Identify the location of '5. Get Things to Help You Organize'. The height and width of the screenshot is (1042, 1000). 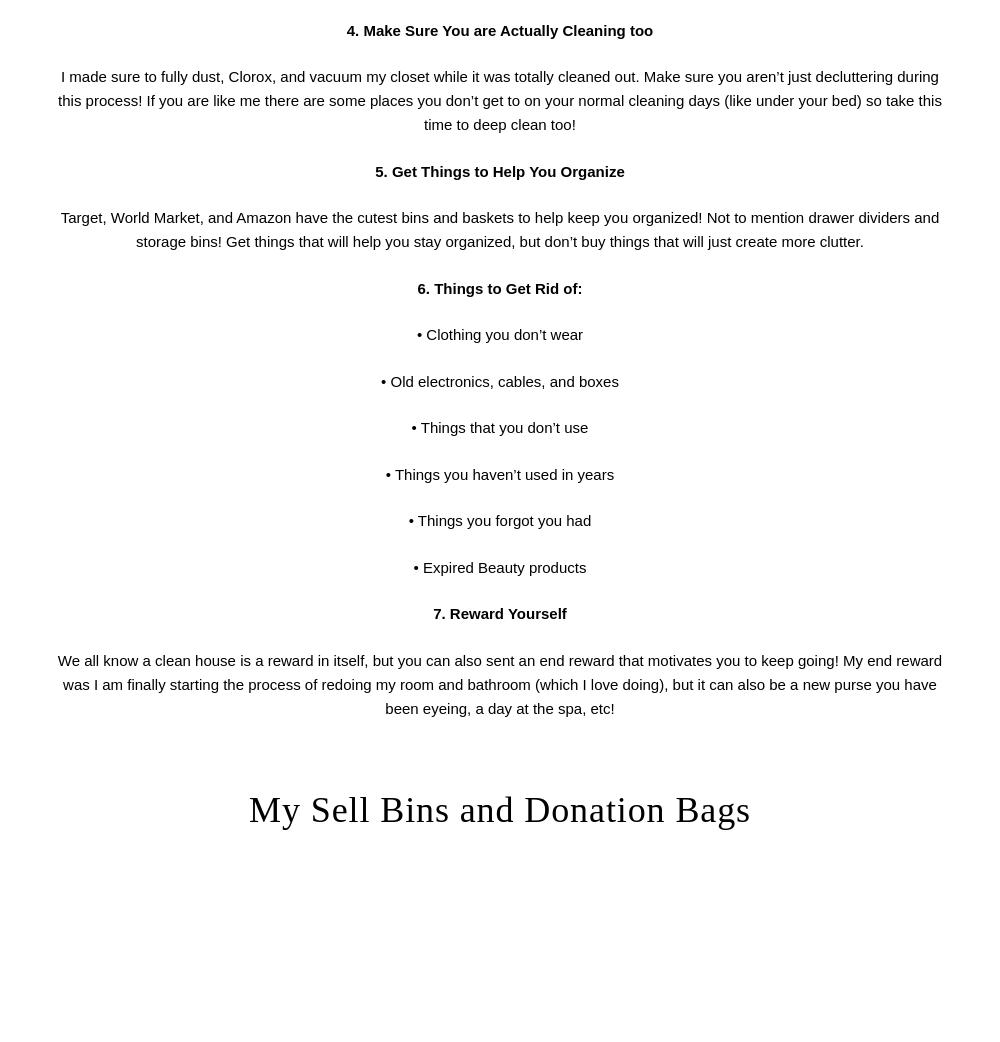
(498, 170).